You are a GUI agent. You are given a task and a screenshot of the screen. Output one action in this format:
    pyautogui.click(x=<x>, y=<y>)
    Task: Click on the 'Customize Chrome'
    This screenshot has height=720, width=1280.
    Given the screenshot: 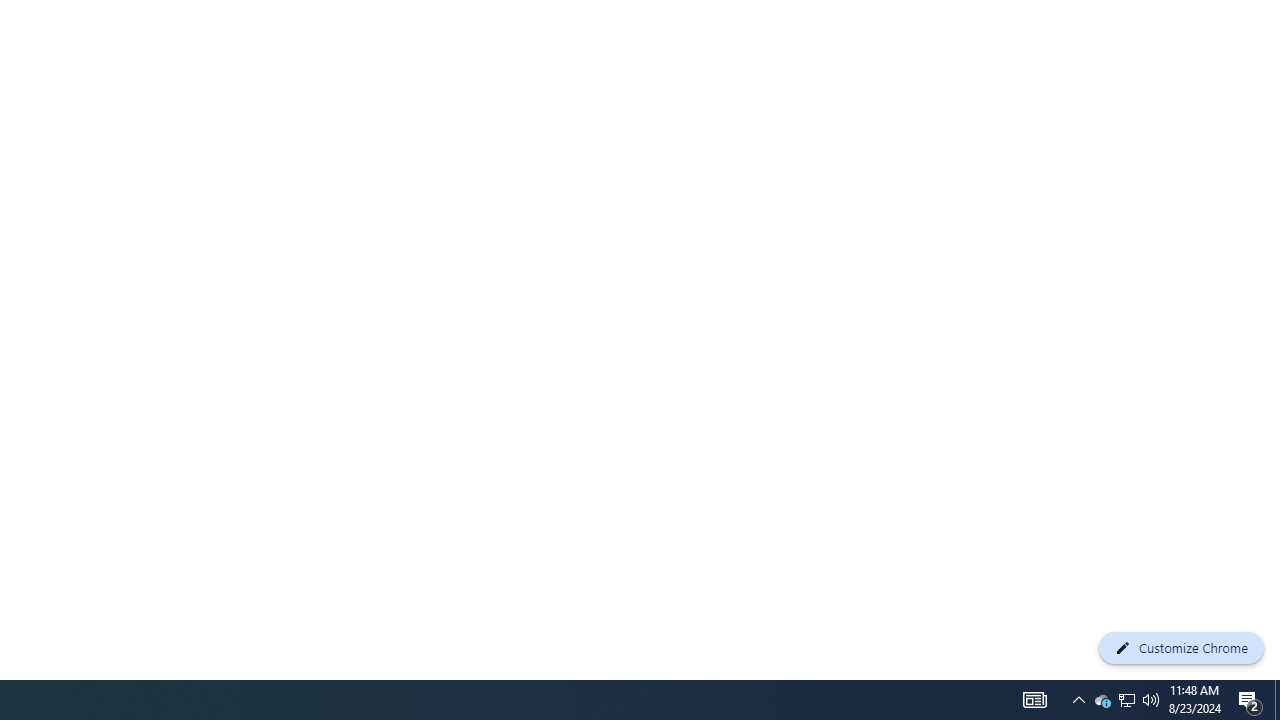 What is the action you would take?
    pyautogui.click(x=1181, y=648)
    